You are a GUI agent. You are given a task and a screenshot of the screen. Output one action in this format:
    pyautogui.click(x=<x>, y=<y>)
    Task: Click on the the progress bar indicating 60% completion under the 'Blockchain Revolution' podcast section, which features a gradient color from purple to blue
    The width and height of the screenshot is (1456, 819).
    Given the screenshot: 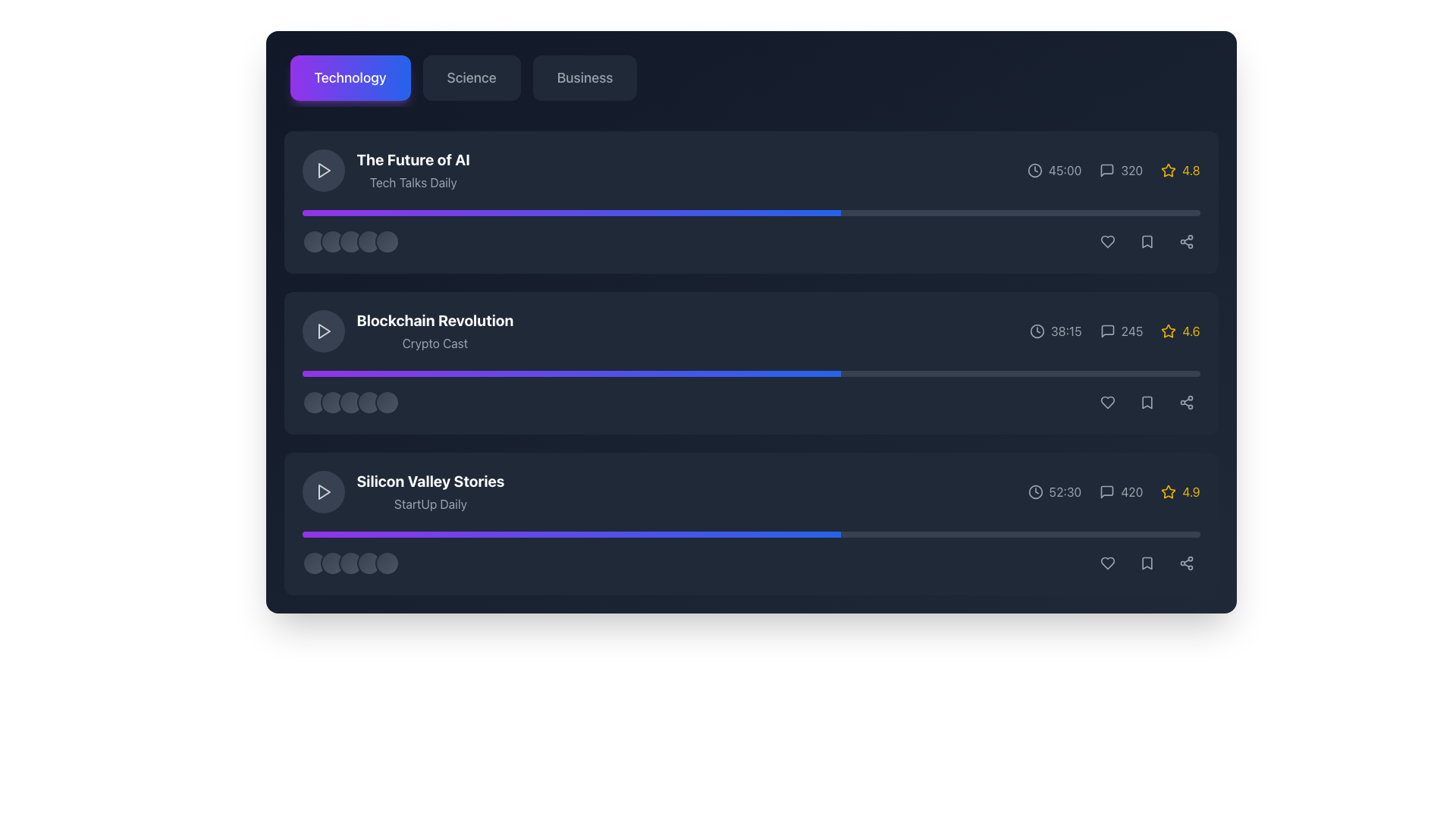 What is the action you would take?
    pyautogui.click(x=570, y=534)
    